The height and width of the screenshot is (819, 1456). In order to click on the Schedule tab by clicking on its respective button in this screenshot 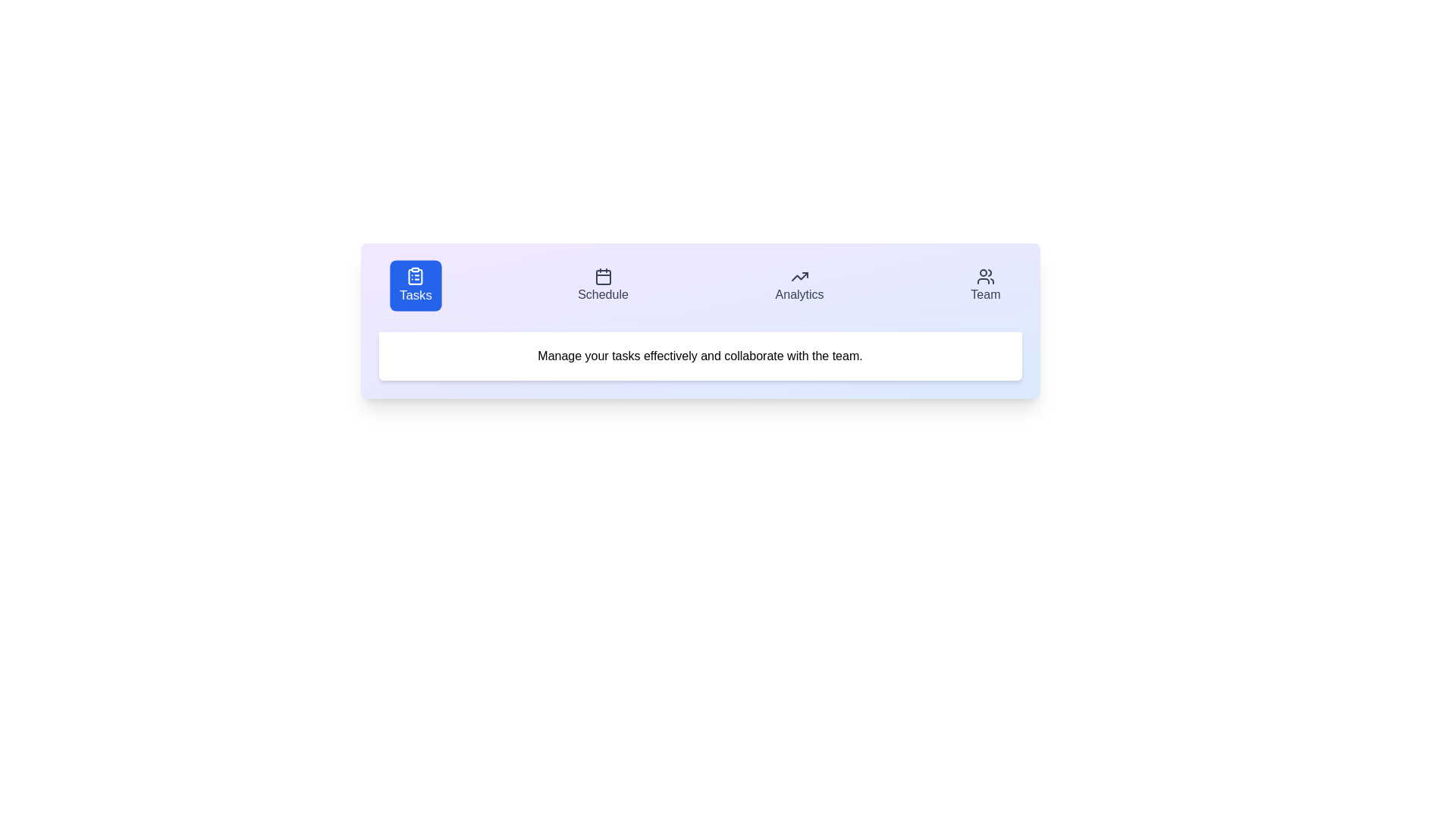, I will do `click(602, 286)`.